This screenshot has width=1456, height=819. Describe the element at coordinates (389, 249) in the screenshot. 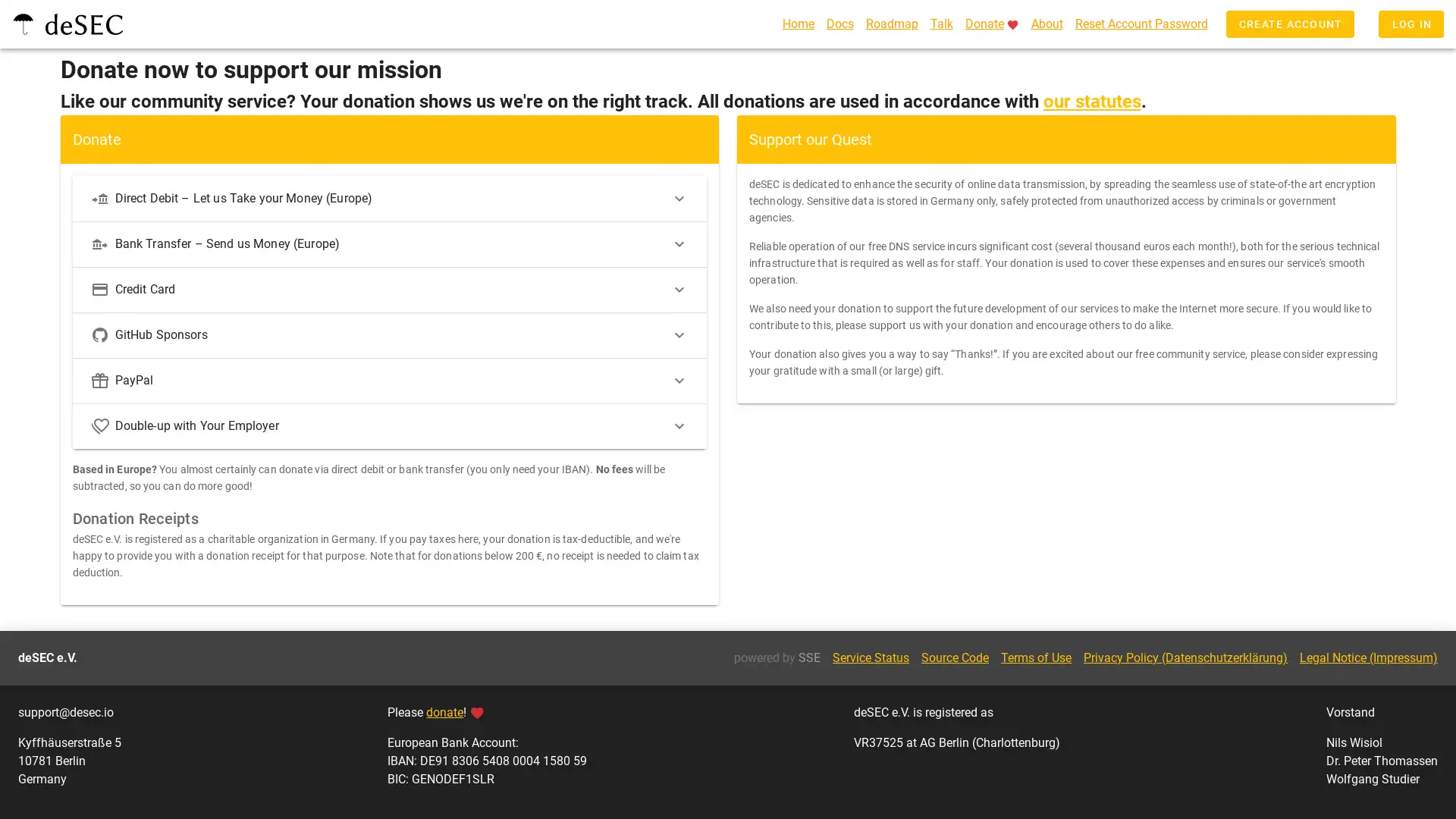

I see `Bank Transfer  Send us Money (Europe)` at that location.